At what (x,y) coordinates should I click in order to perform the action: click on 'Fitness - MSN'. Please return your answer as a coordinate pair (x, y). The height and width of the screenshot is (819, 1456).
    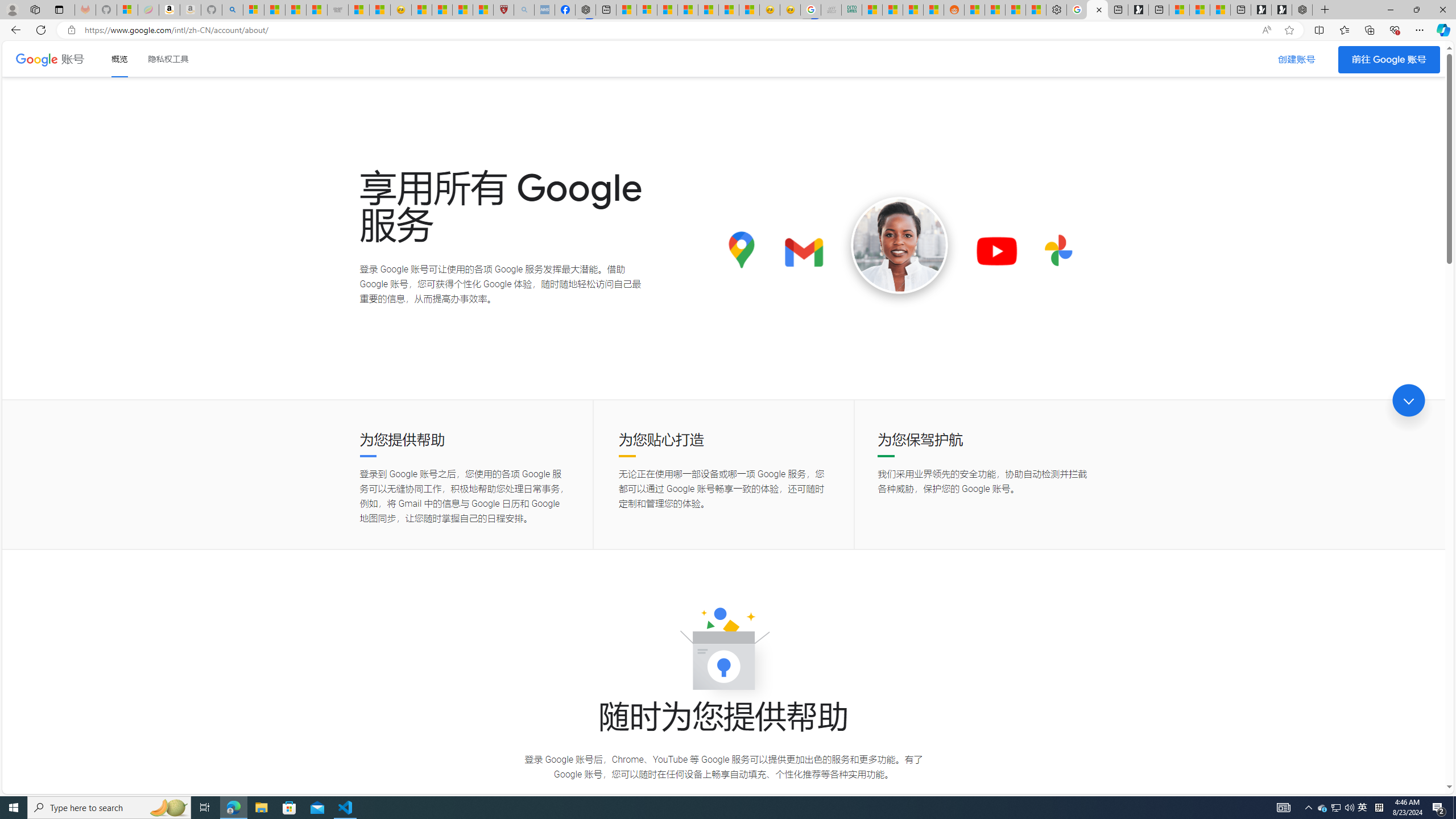
    Looking at the image, I should click on (708, 9).